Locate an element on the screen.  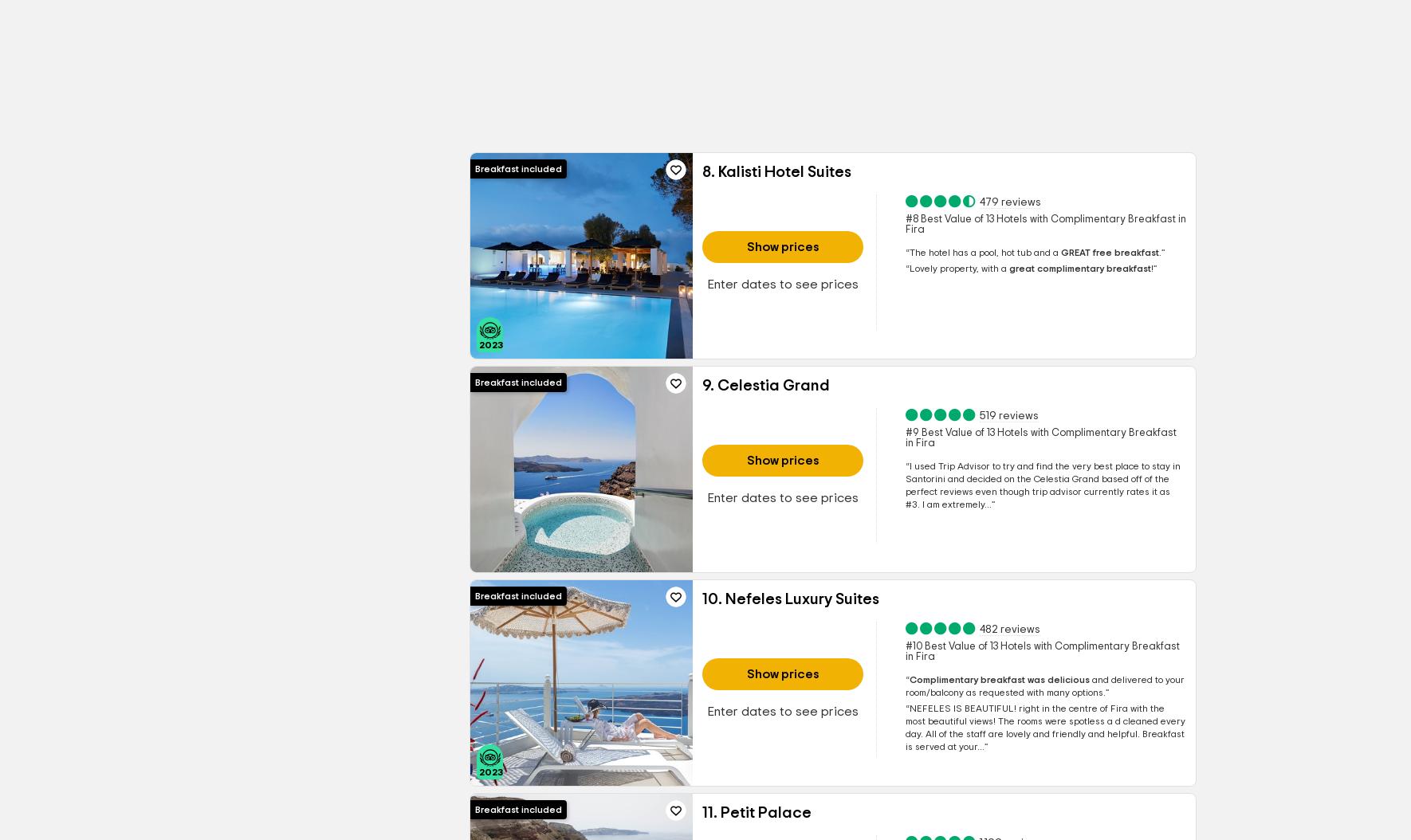
'Complimentary breakfast was delicious' is located at coordinates (997, 680).